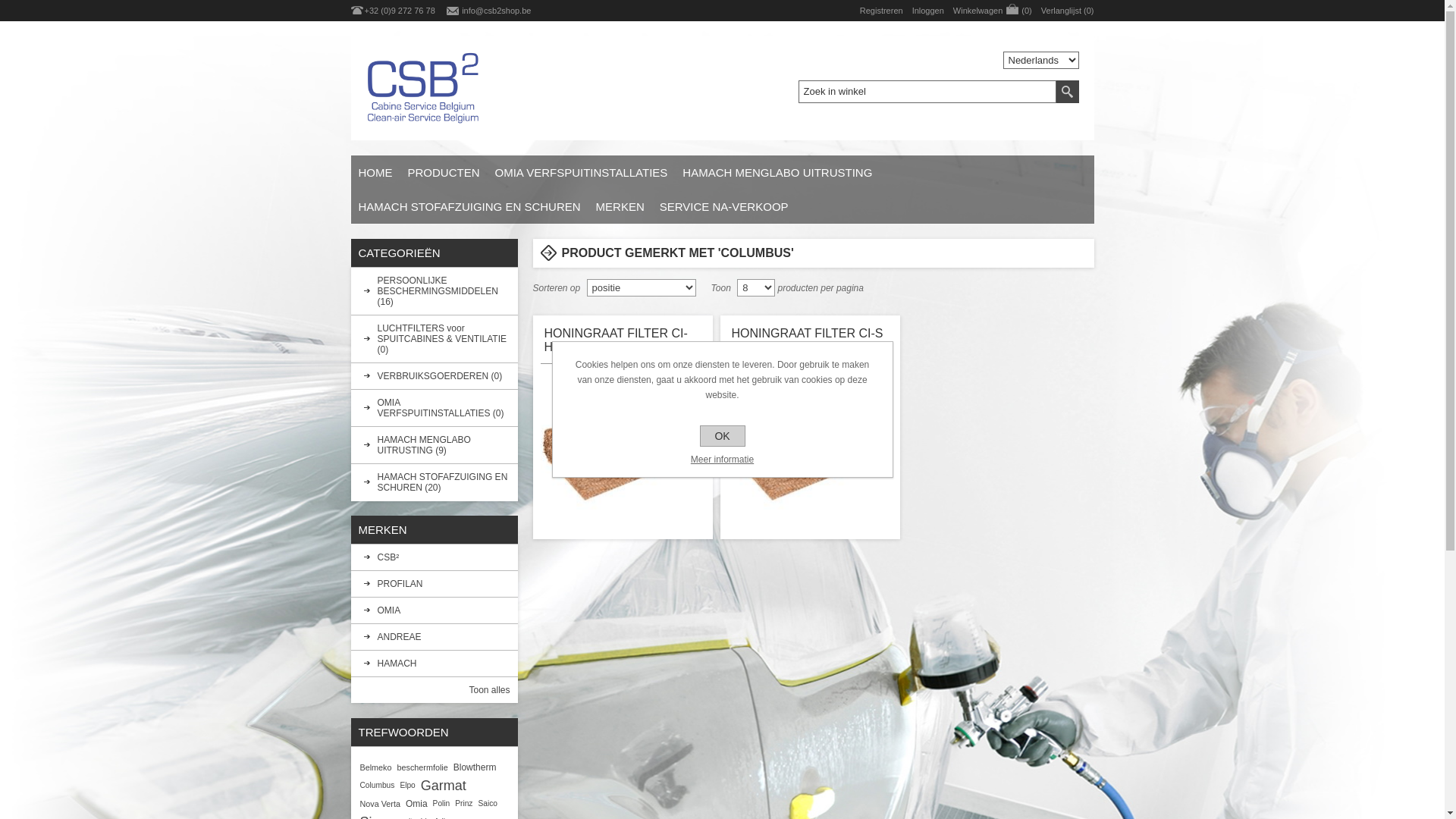 This screenshot has height=819, width=1456. I want to click on 'OK', so click(720, 435).